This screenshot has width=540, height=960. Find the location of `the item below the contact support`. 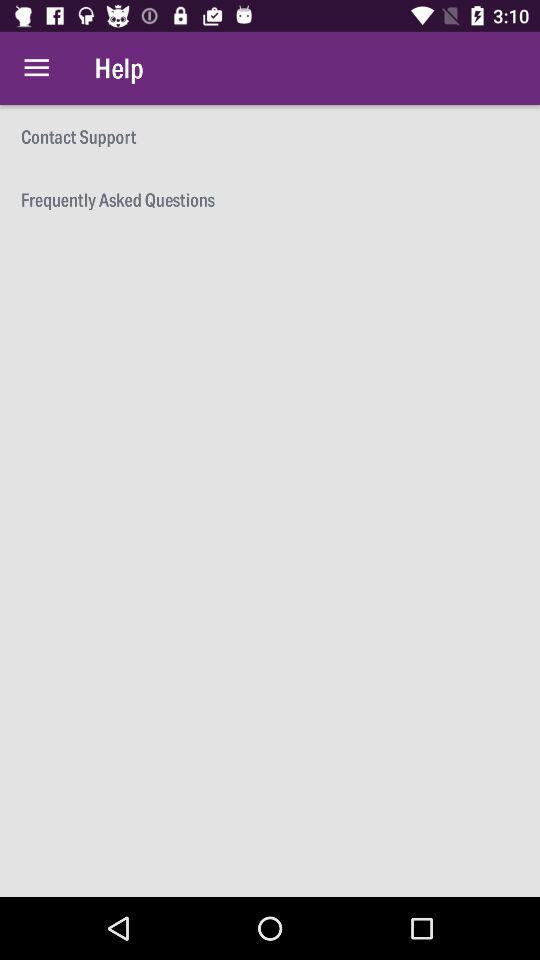

the item below the contact support is located at coordinates (270, 199).